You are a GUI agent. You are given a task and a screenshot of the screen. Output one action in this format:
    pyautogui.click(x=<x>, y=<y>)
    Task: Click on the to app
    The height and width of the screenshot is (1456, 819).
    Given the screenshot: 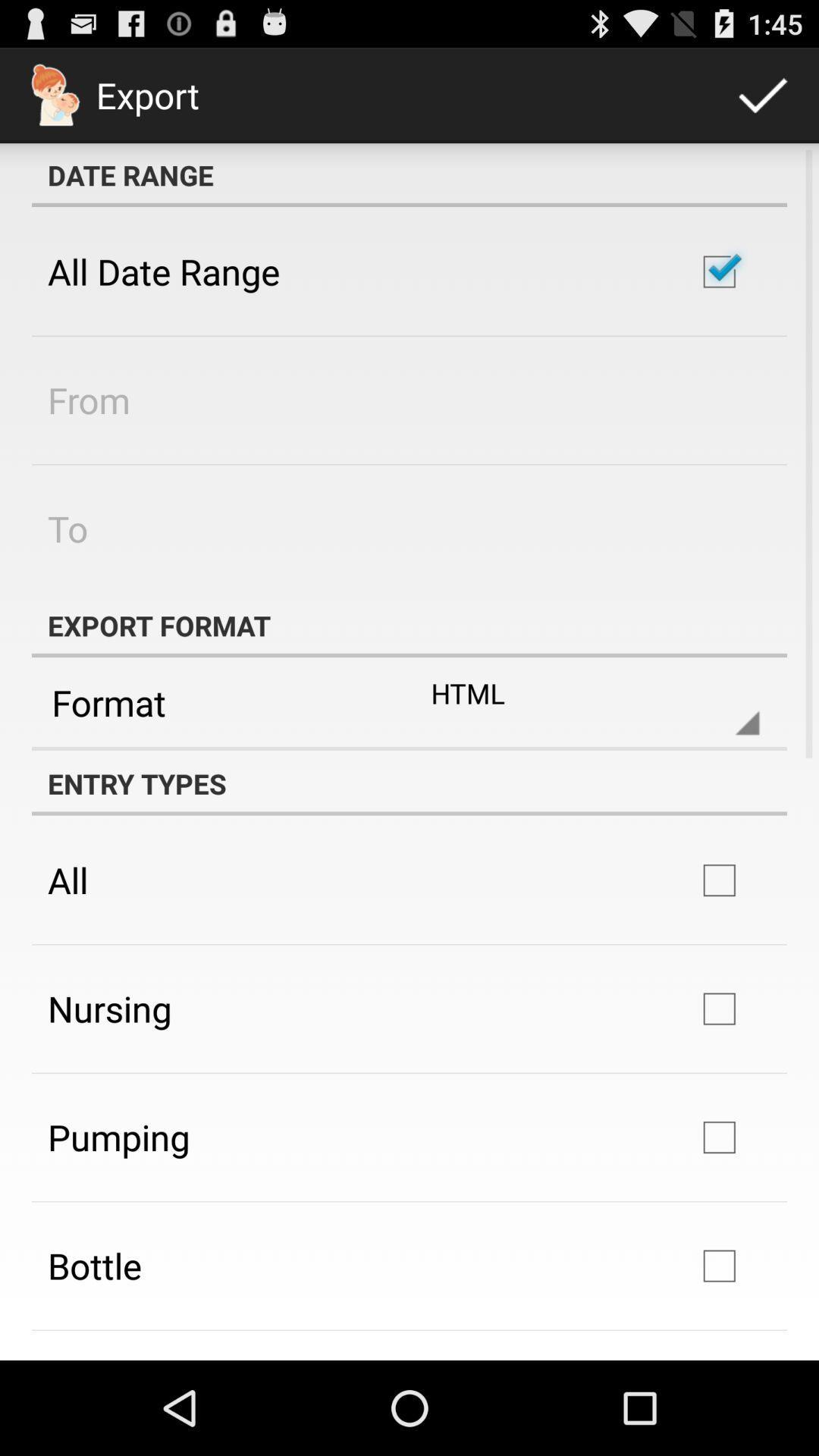 What is the action you would take?
    pyautogui.click(x=67, y=529)
    